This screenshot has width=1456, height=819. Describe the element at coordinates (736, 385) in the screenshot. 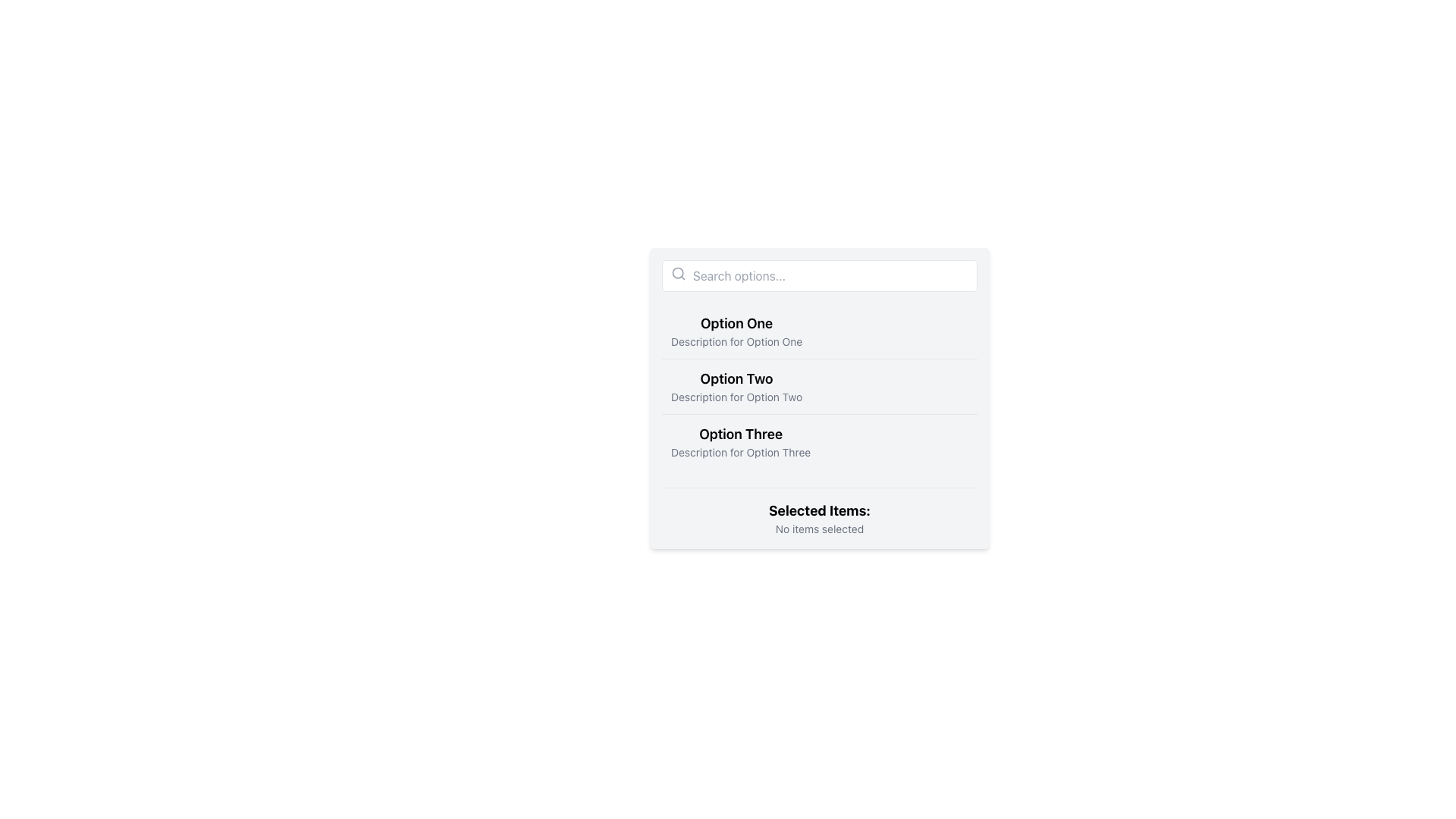

I see `the list item labeled 'Option Two'` at that location.